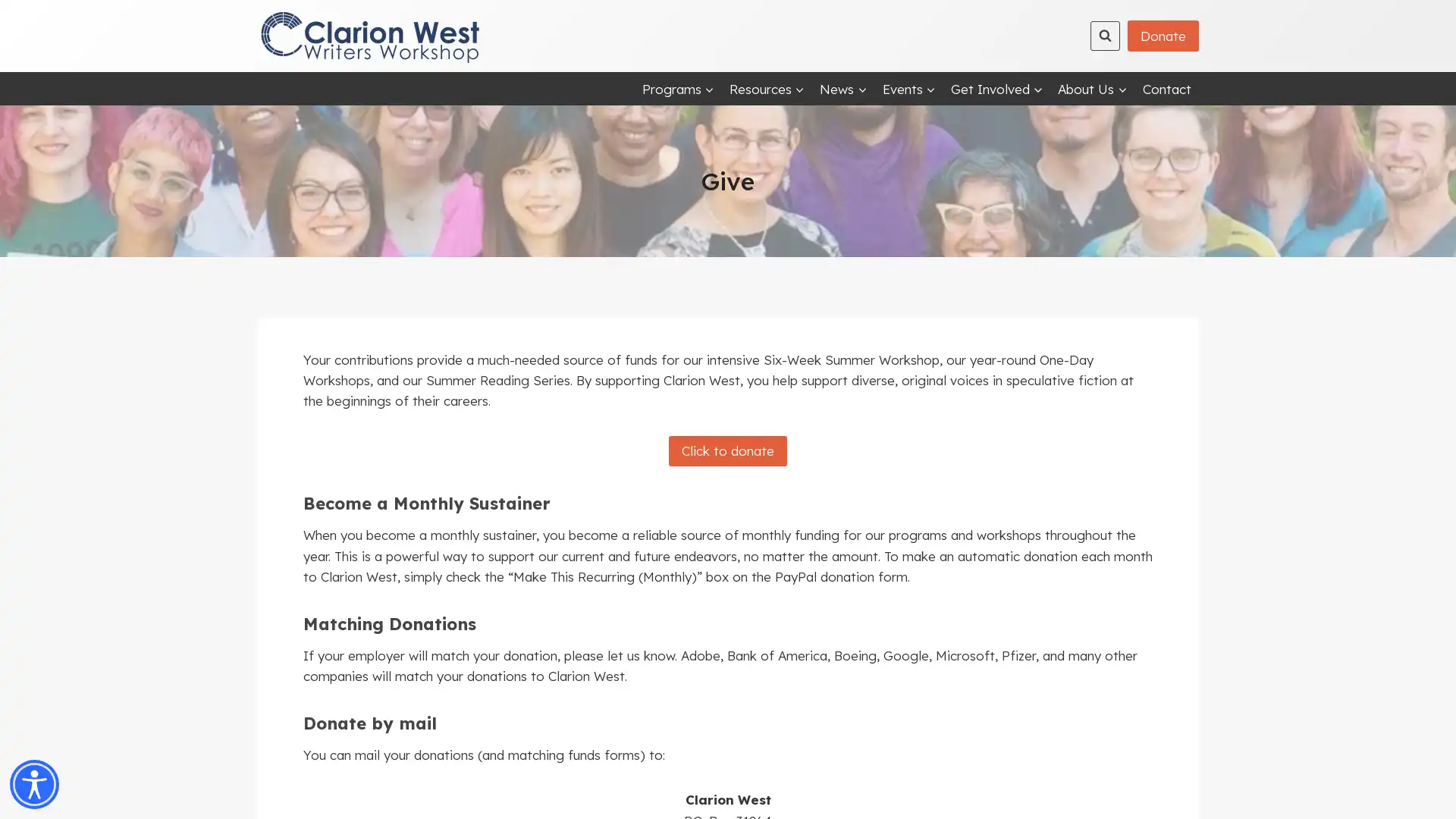 This screenshot has width=1456, height=819. What do you see at coordinates (1105, 34) in the screenshot?
I see `View Search Form` at bounding box center [1105, 34].